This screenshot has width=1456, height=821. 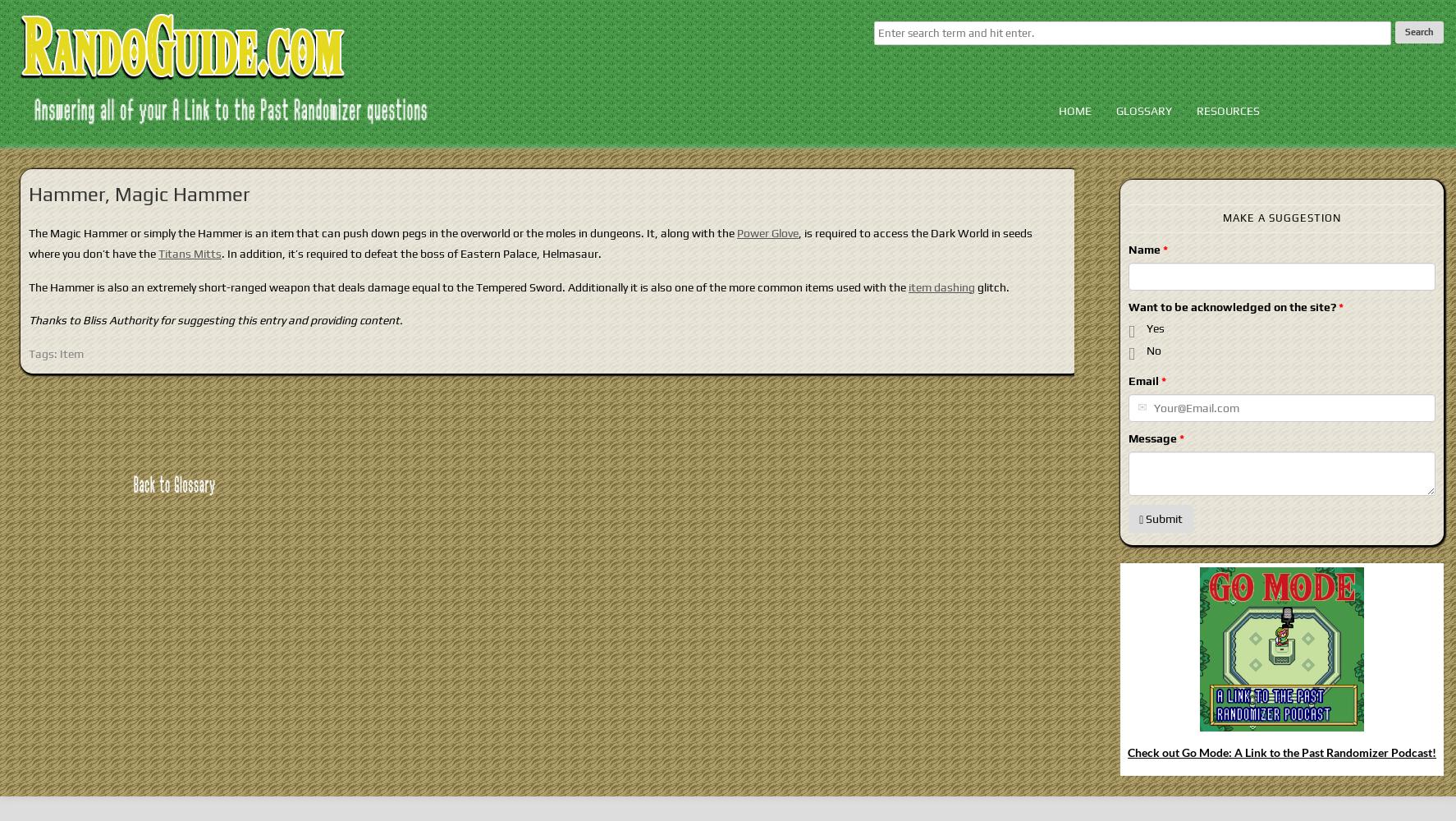 I want to click on ', is required to access the Dark World in seeds where you don’t have the', so click(x=530, y=243).